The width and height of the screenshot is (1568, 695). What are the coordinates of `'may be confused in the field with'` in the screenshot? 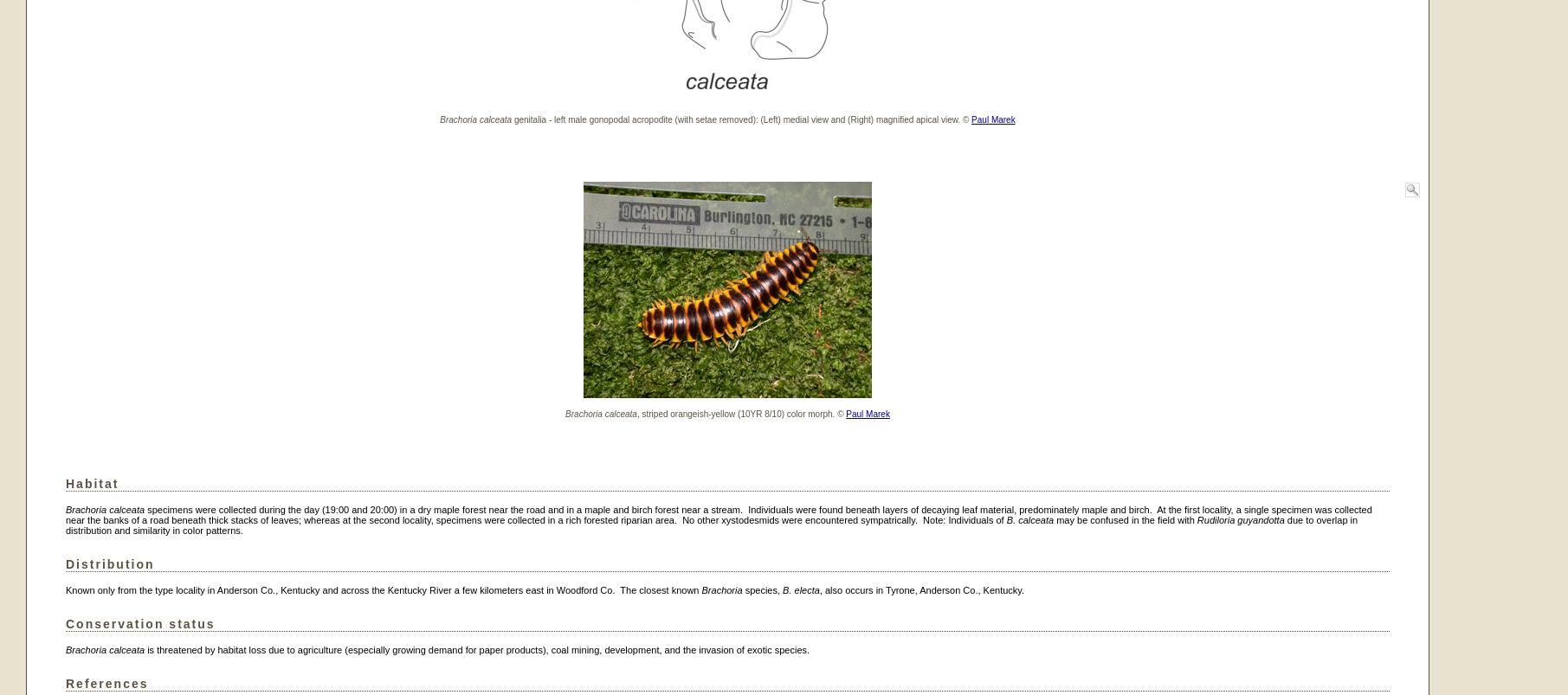 It's located at (1125, 518).